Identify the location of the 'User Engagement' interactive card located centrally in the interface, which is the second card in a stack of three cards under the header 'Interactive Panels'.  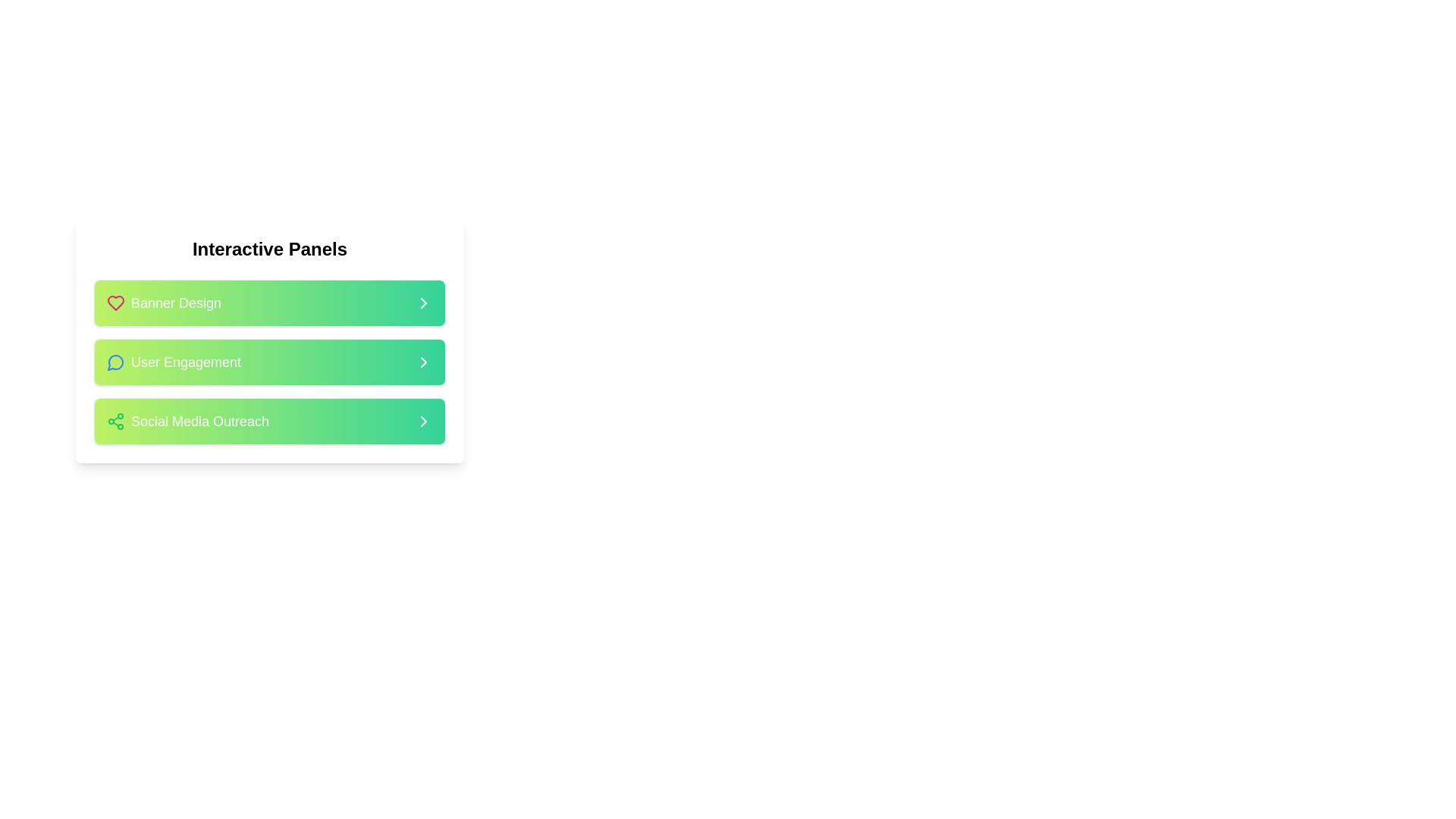
(269, 341).